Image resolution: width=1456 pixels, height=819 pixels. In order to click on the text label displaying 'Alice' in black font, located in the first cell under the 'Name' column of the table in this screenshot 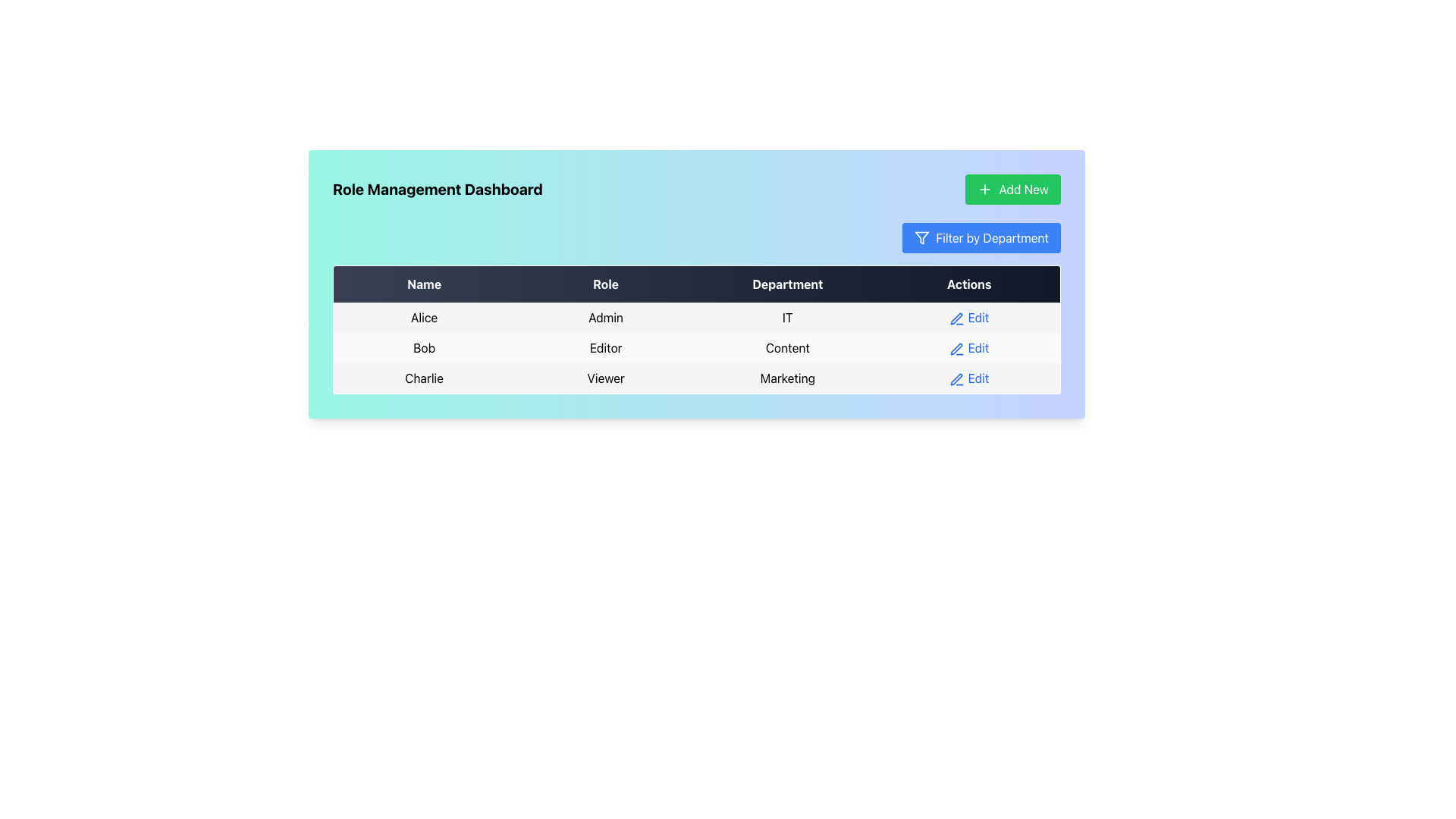, I will do `click(424, 317)`.